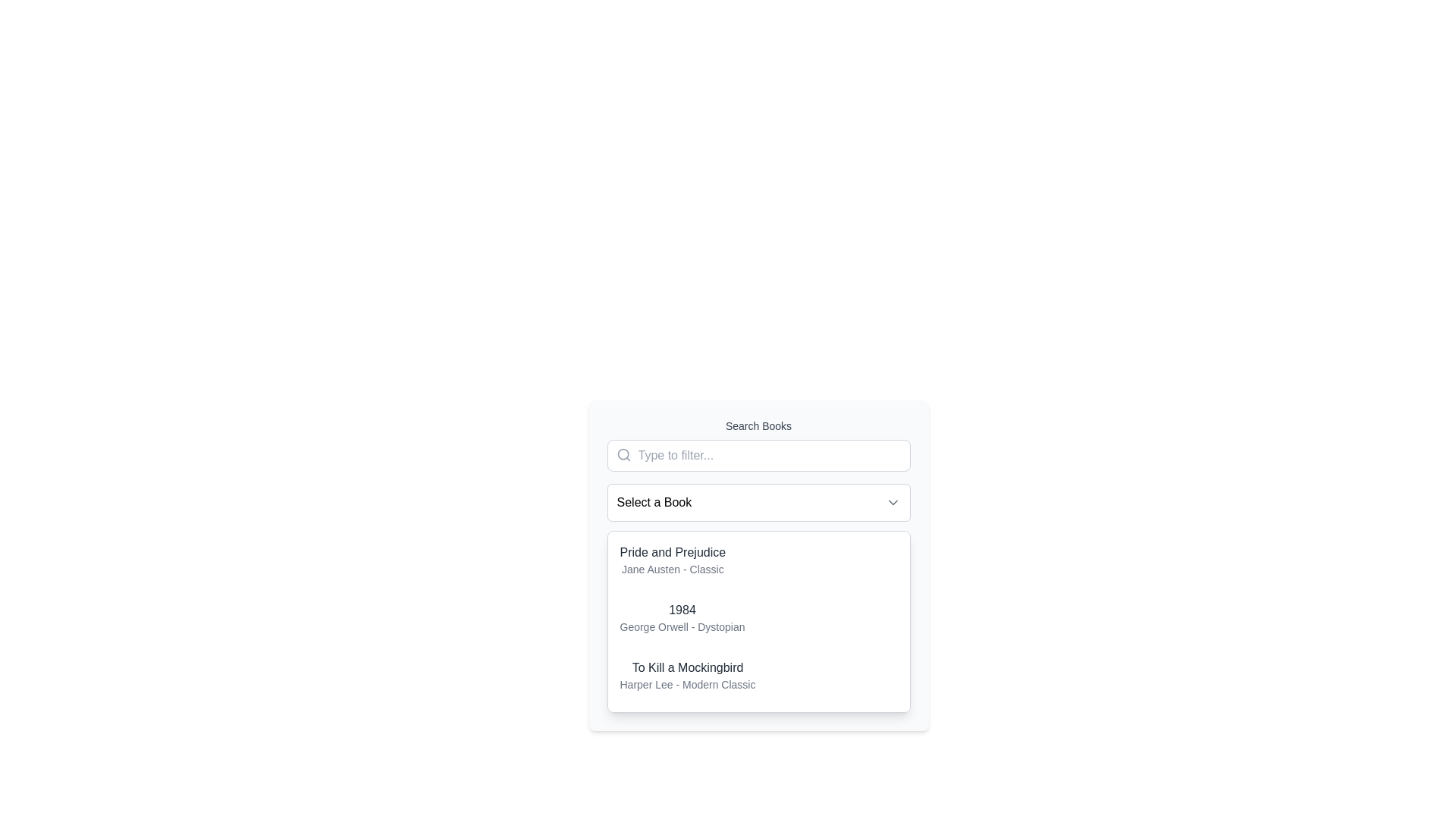 The width and height of the screenshot is (1456, 819). I want to click on the selectable list item for the book titled 'To Kill a Mockingbird' in the dropdown menu, so click(758, 675).